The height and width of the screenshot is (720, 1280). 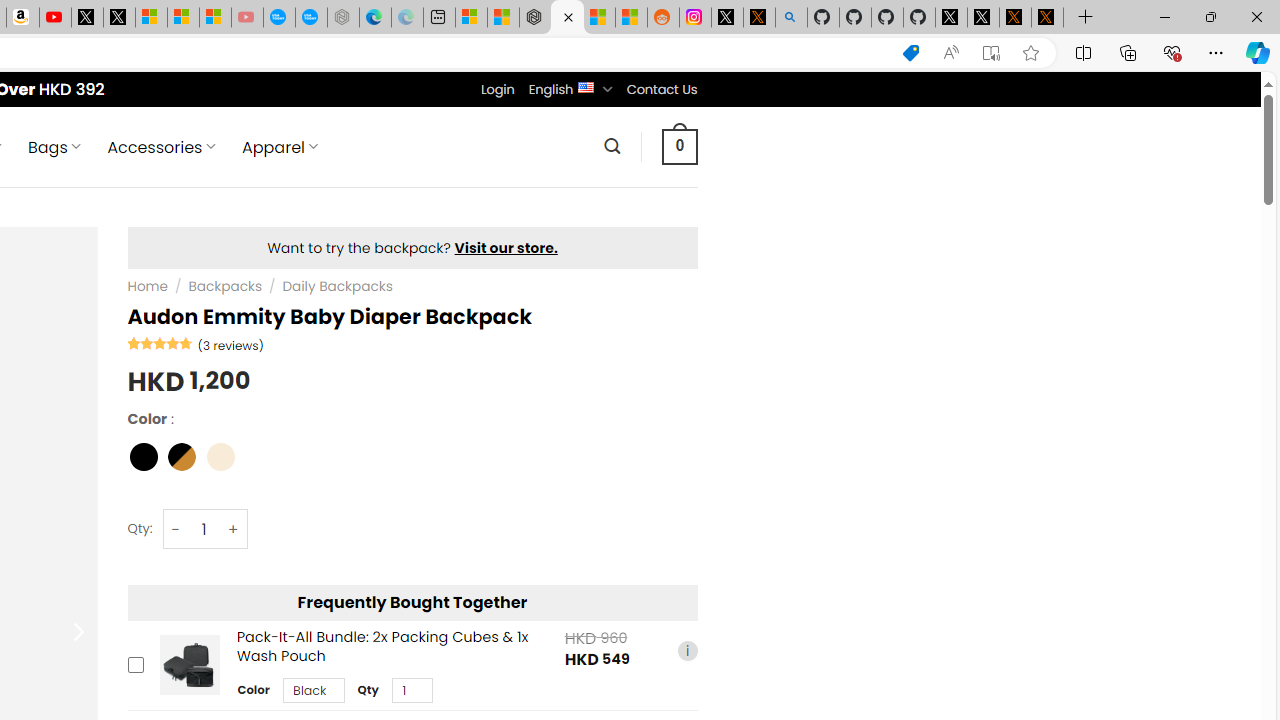 I want to click on 'Gloom - YouTube - Sleeping', so click(x=246, y=17).